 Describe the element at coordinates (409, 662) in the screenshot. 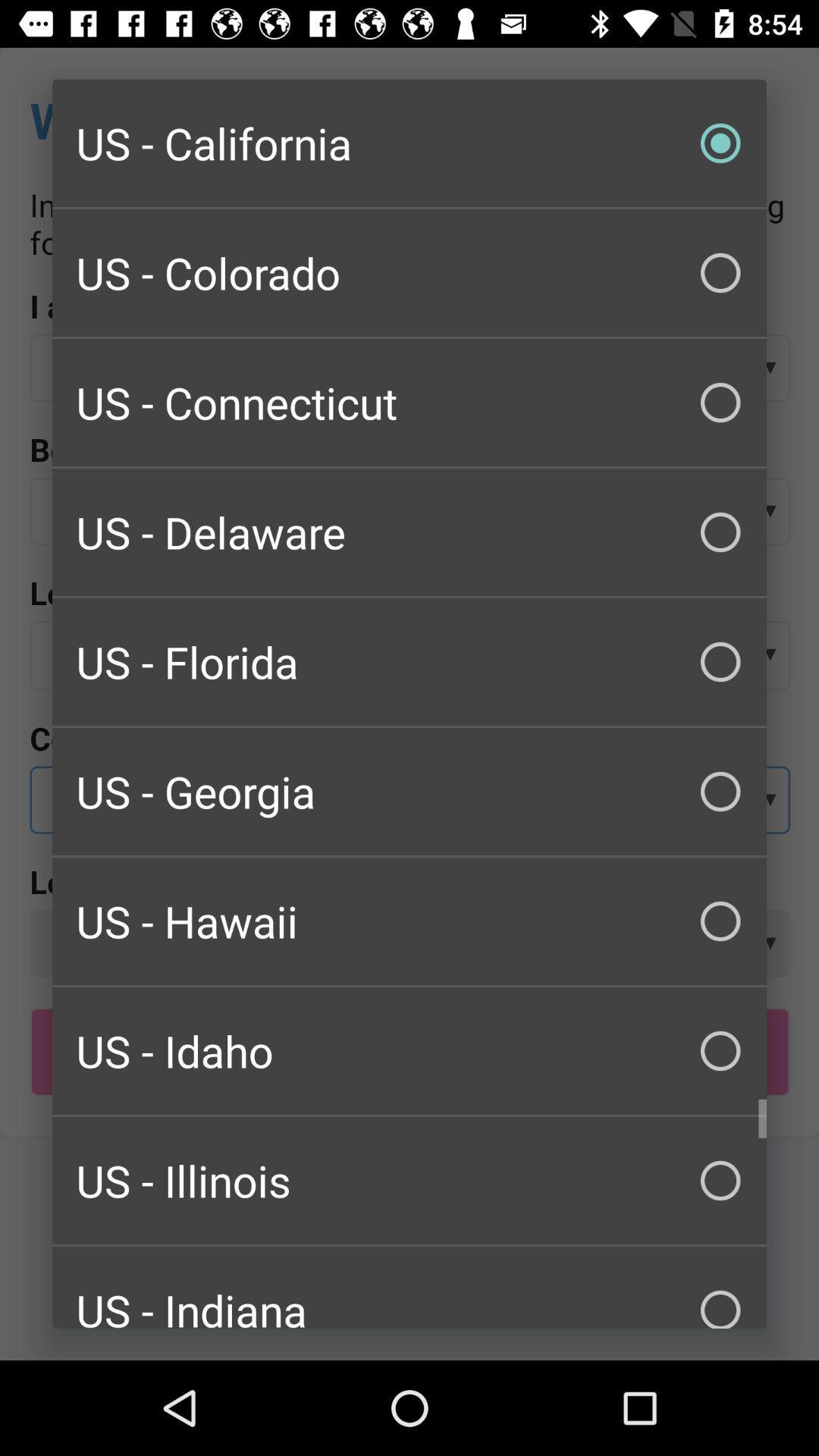

I see `the item below us - delaware` at that location.